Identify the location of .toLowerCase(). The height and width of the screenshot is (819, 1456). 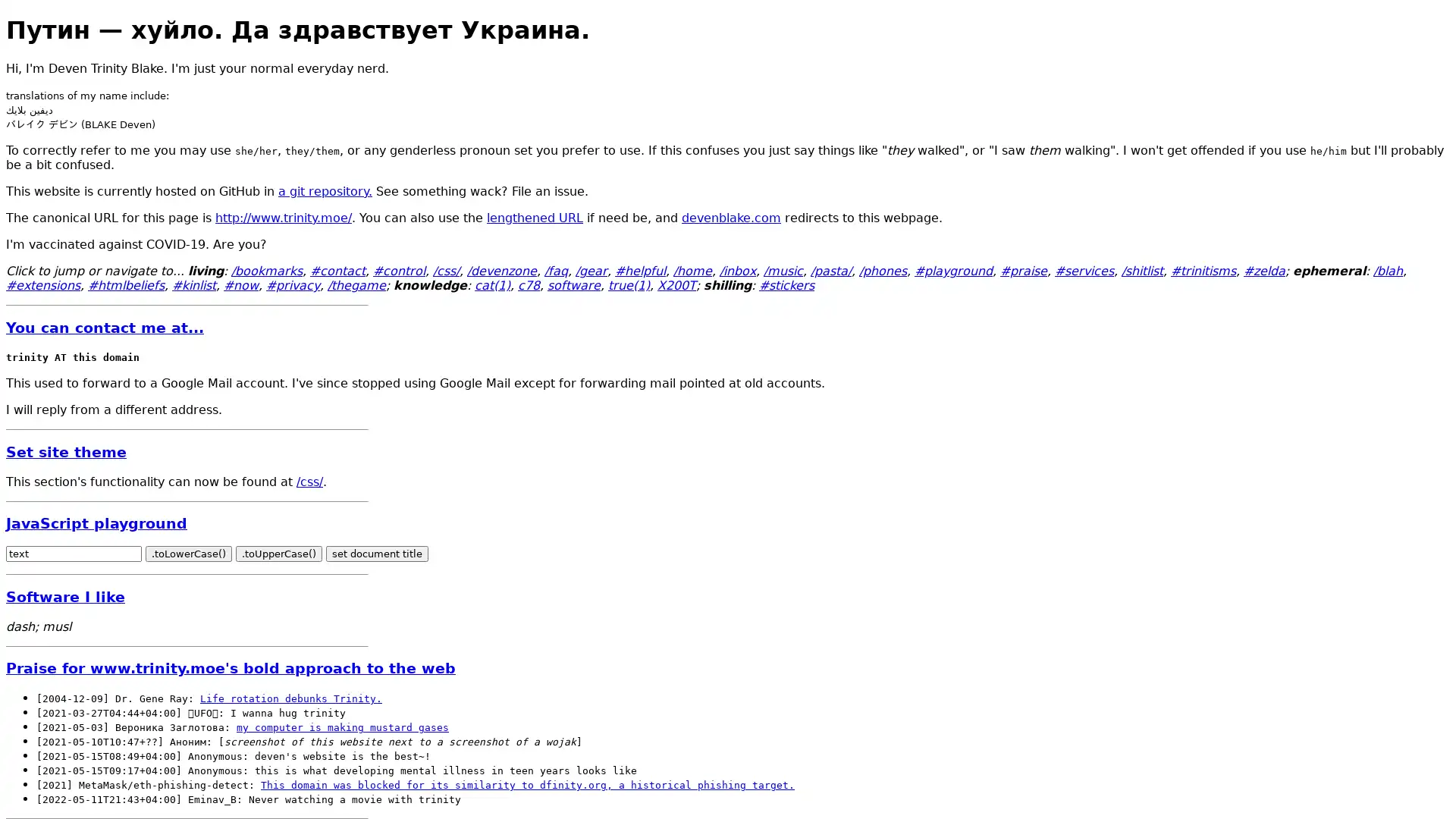
(188, 554).